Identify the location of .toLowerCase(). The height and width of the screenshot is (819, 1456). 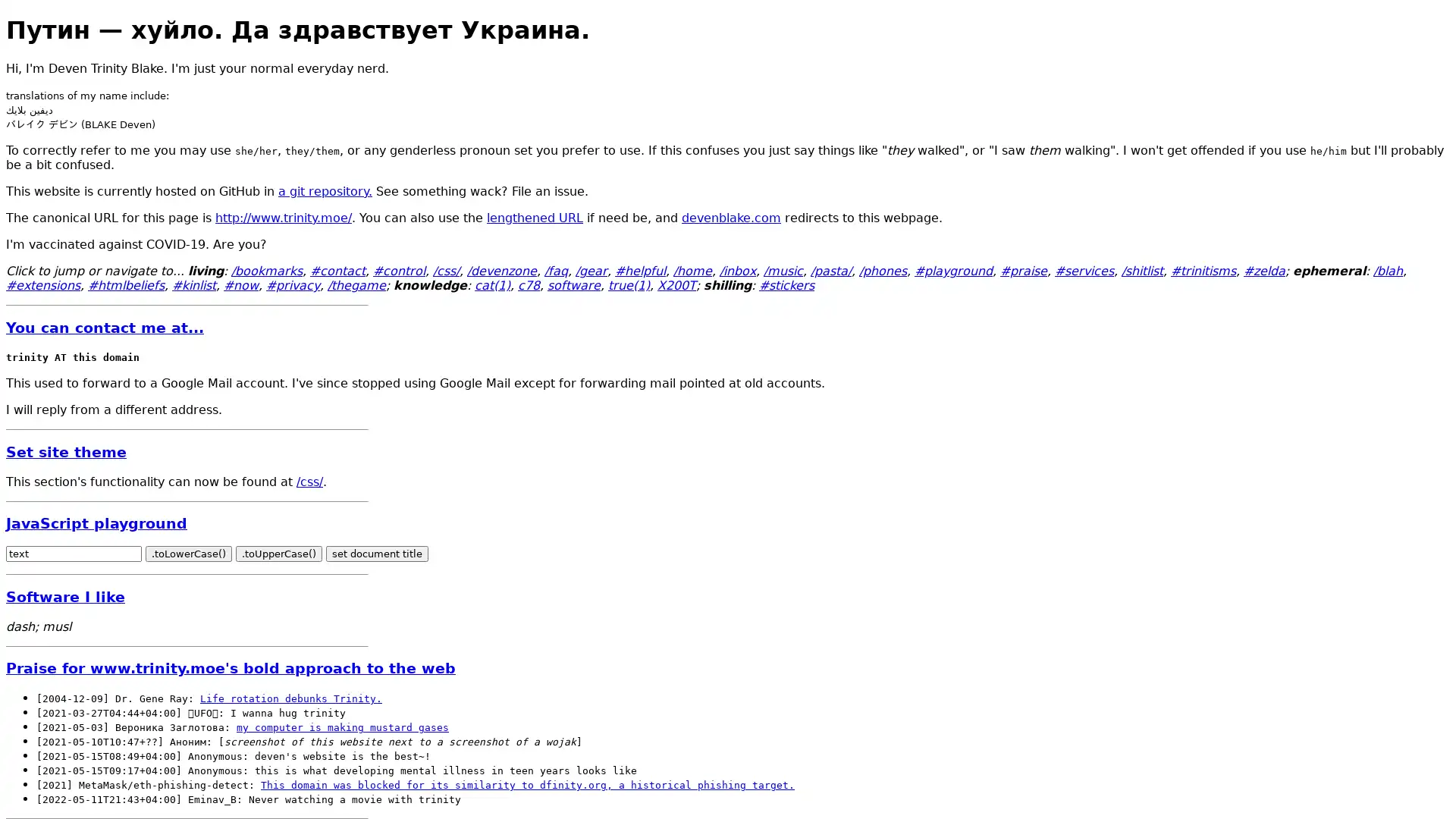
(188, 554).